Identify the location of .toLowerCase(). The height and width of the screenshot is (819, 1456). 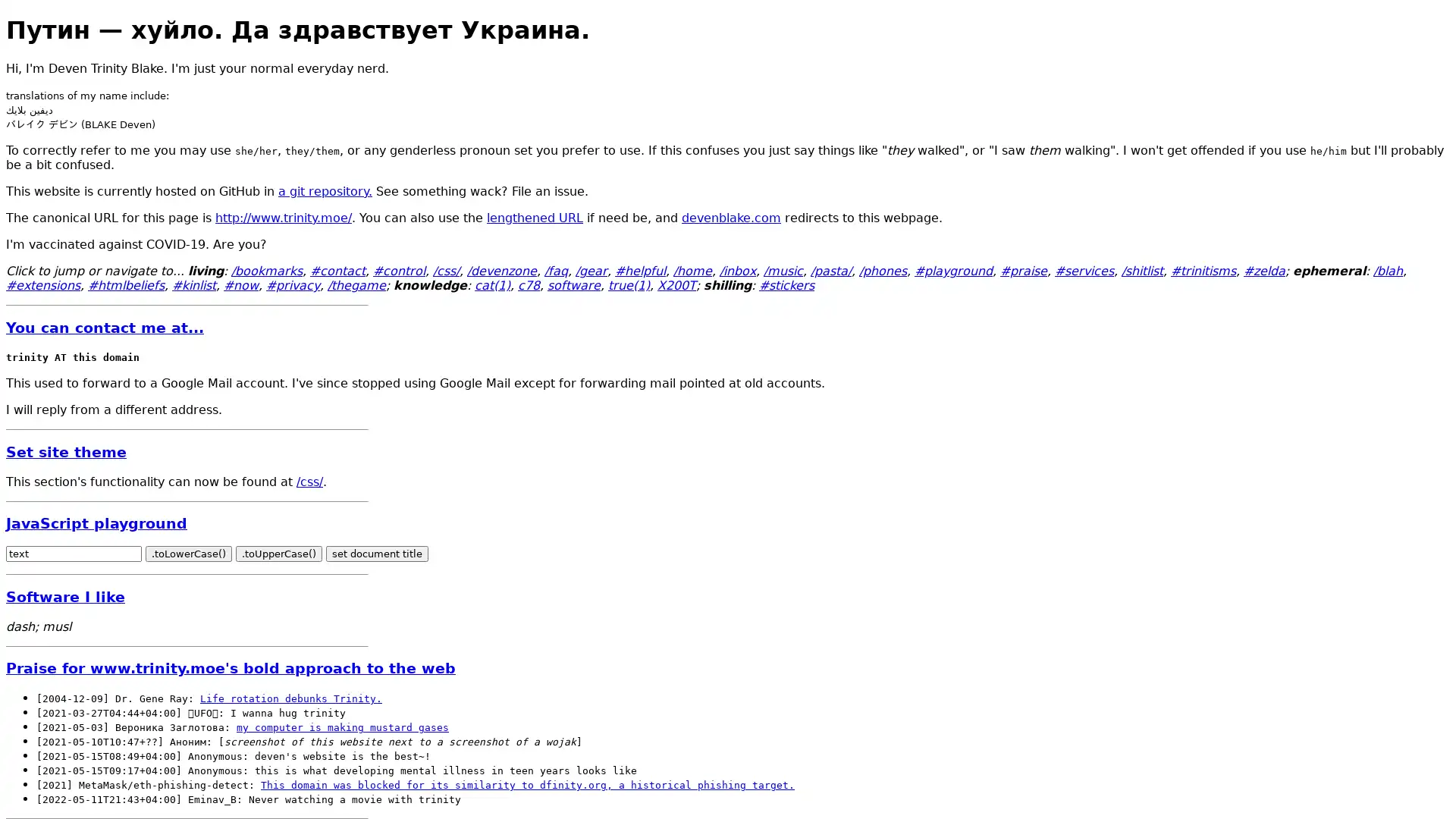
(188, 554).